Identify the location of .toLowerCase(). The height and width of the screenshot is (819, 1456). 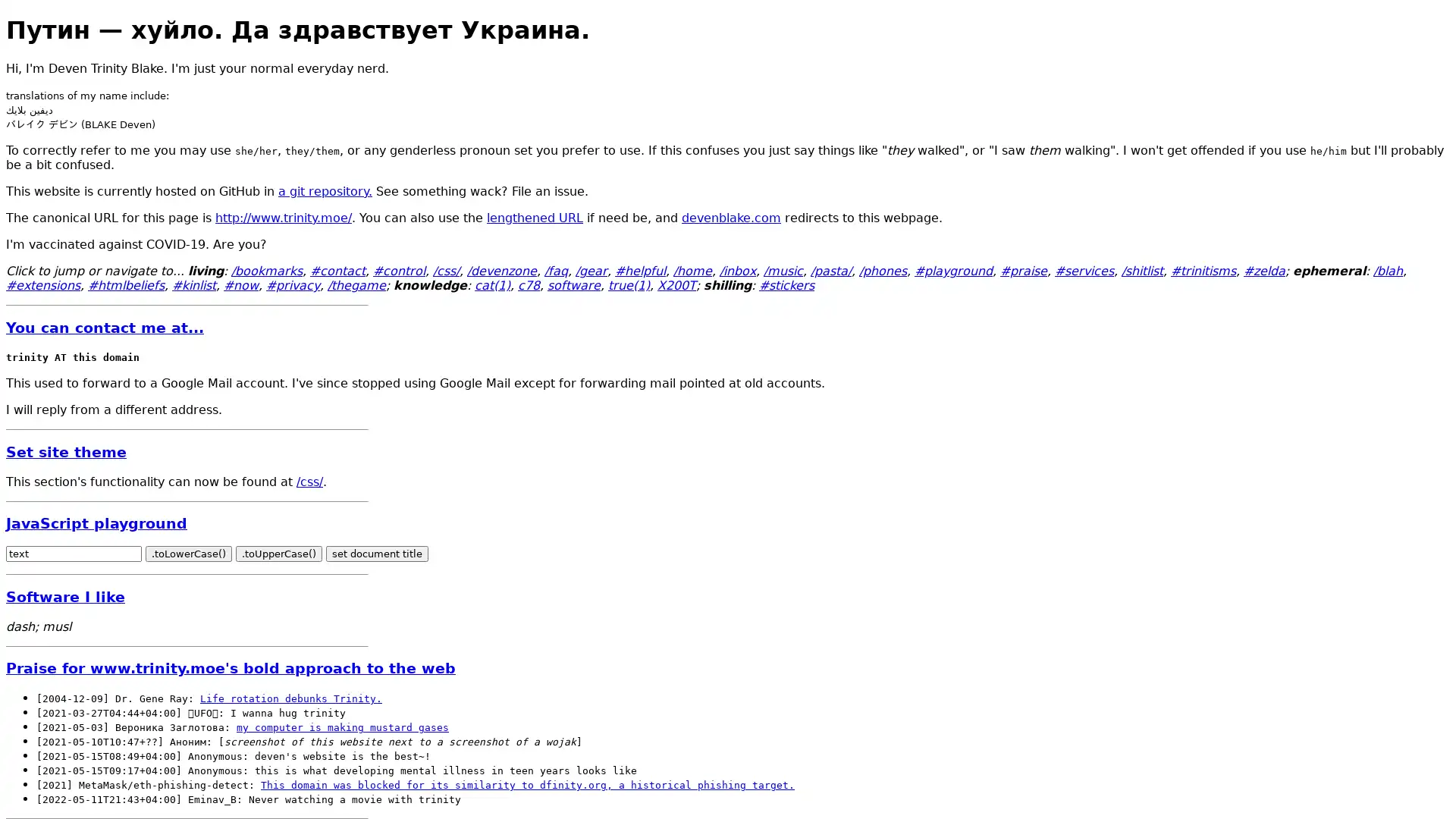
(188, 554).